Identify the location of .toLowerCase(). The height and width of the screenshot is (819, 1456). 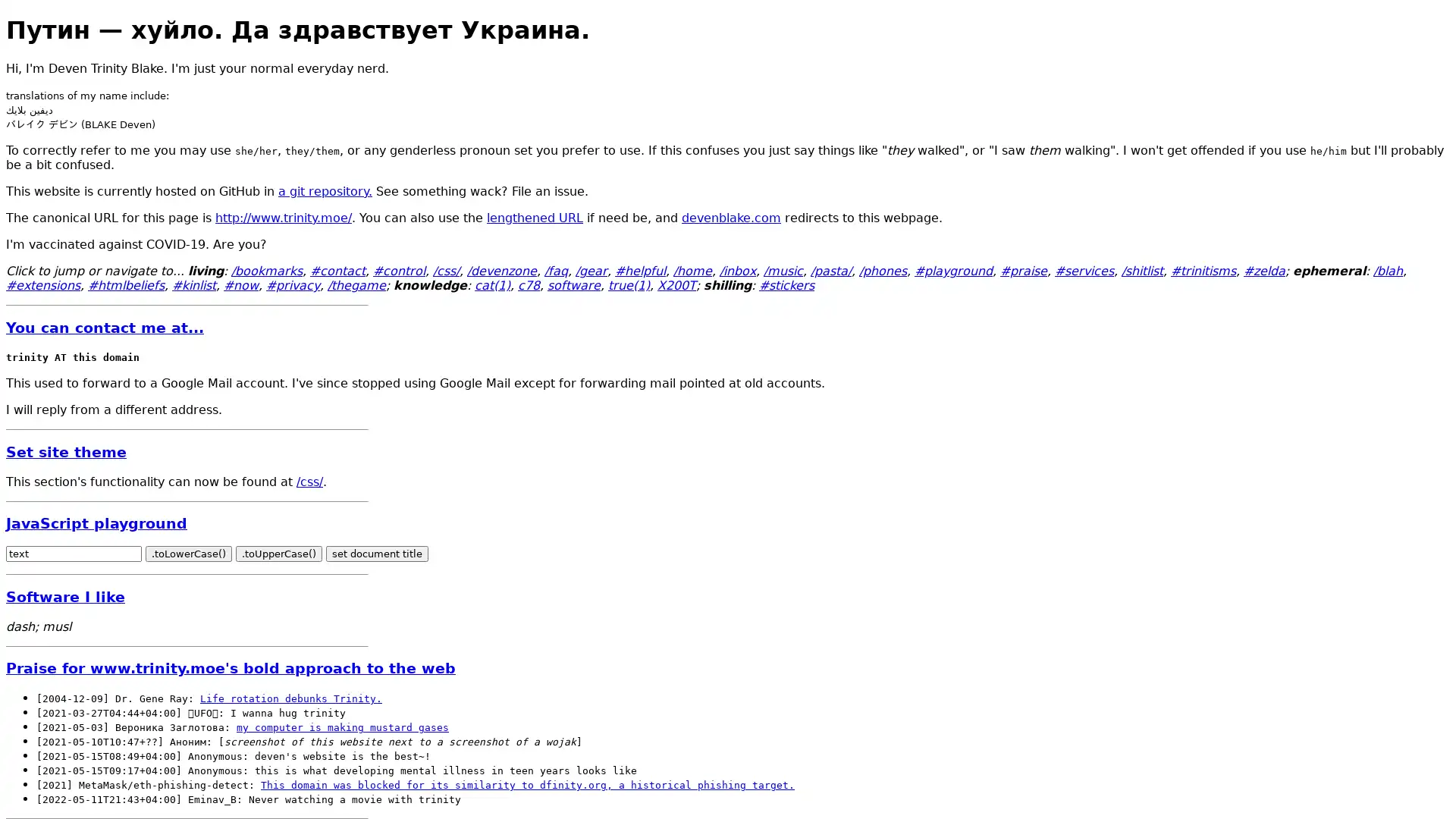
(188, 554).